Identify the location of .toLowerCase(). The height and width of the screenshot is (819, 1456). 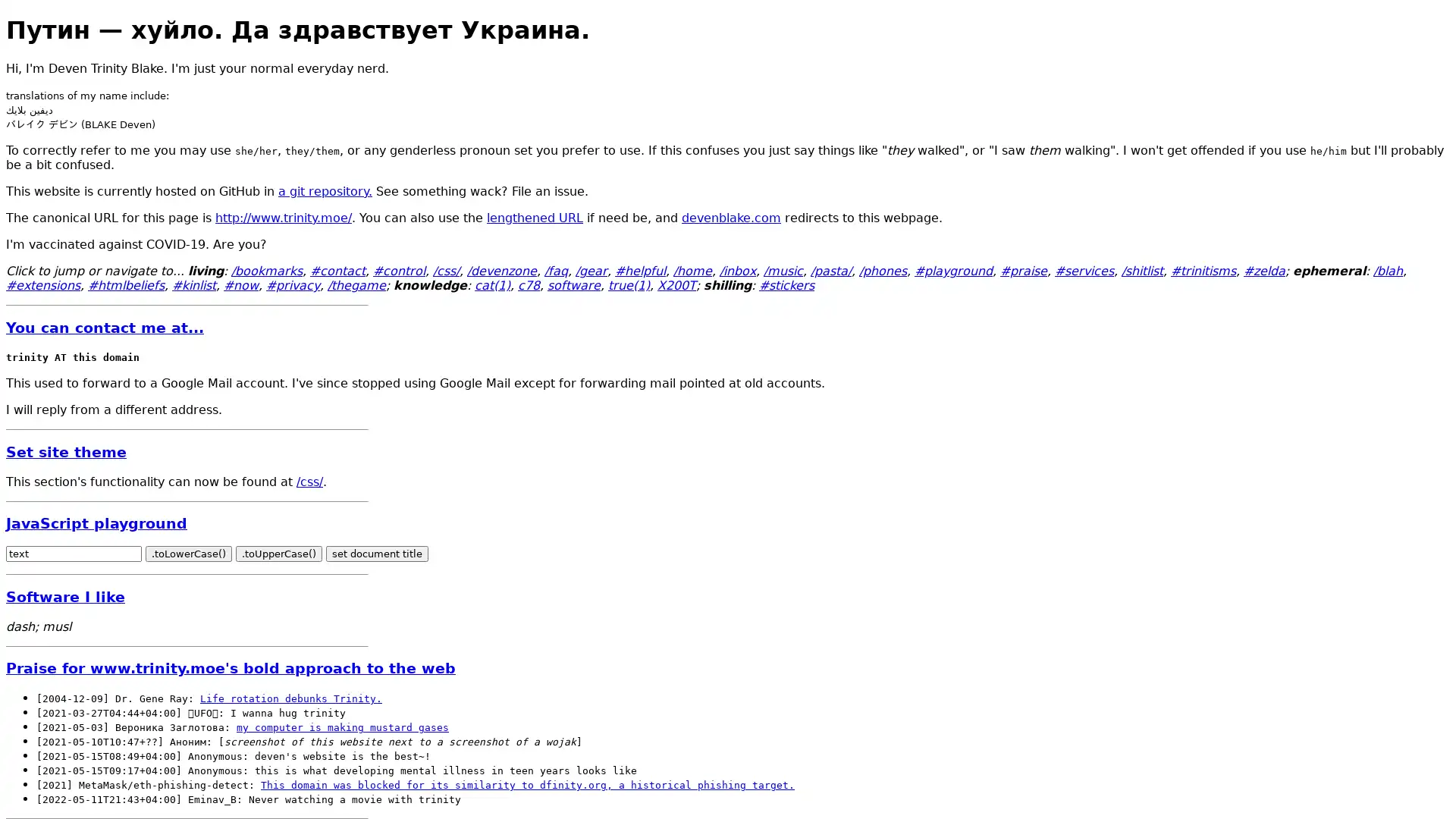
(188, 554).